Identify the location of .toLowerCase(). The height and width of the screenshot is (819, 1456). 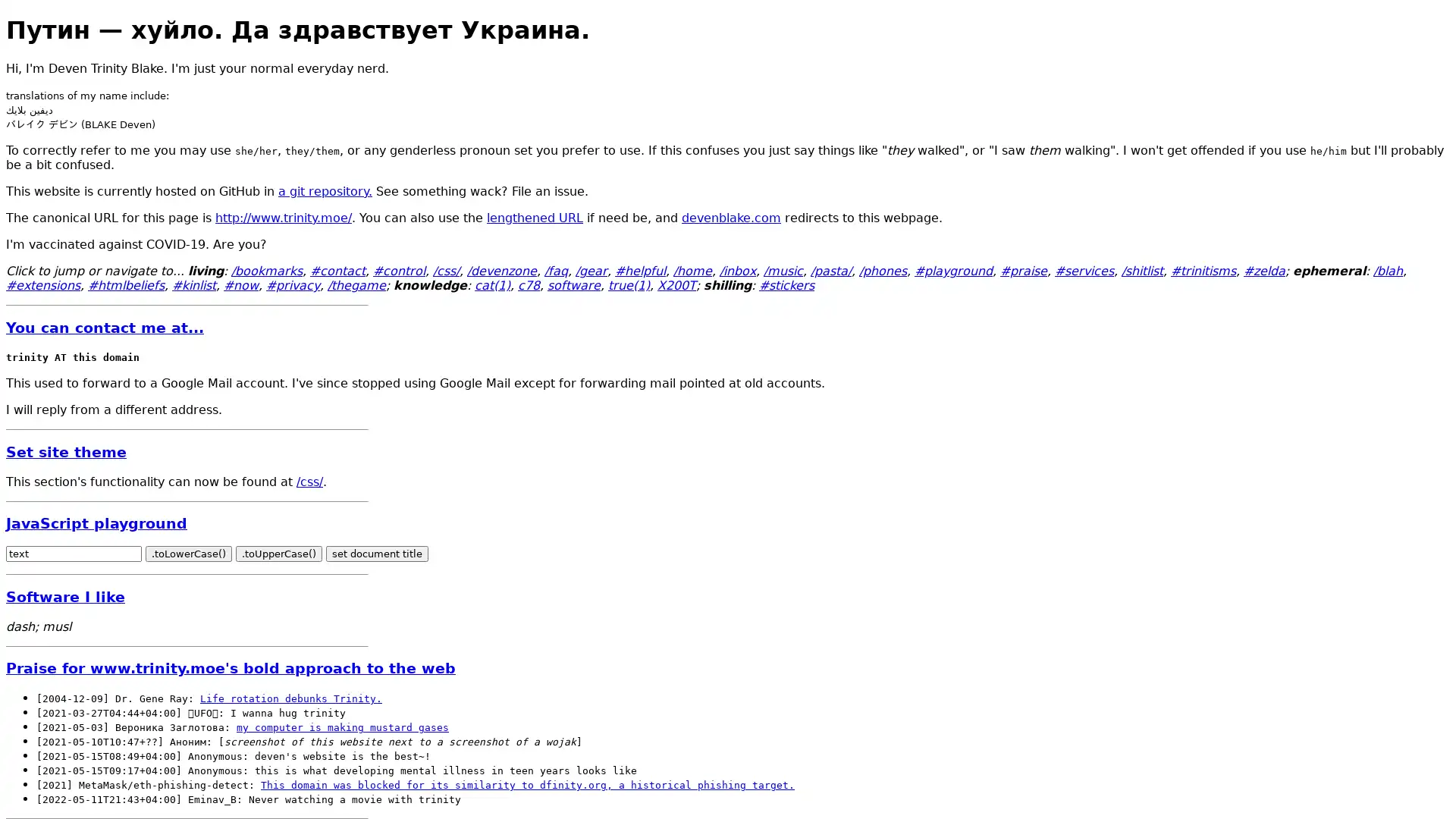
(188, 554).